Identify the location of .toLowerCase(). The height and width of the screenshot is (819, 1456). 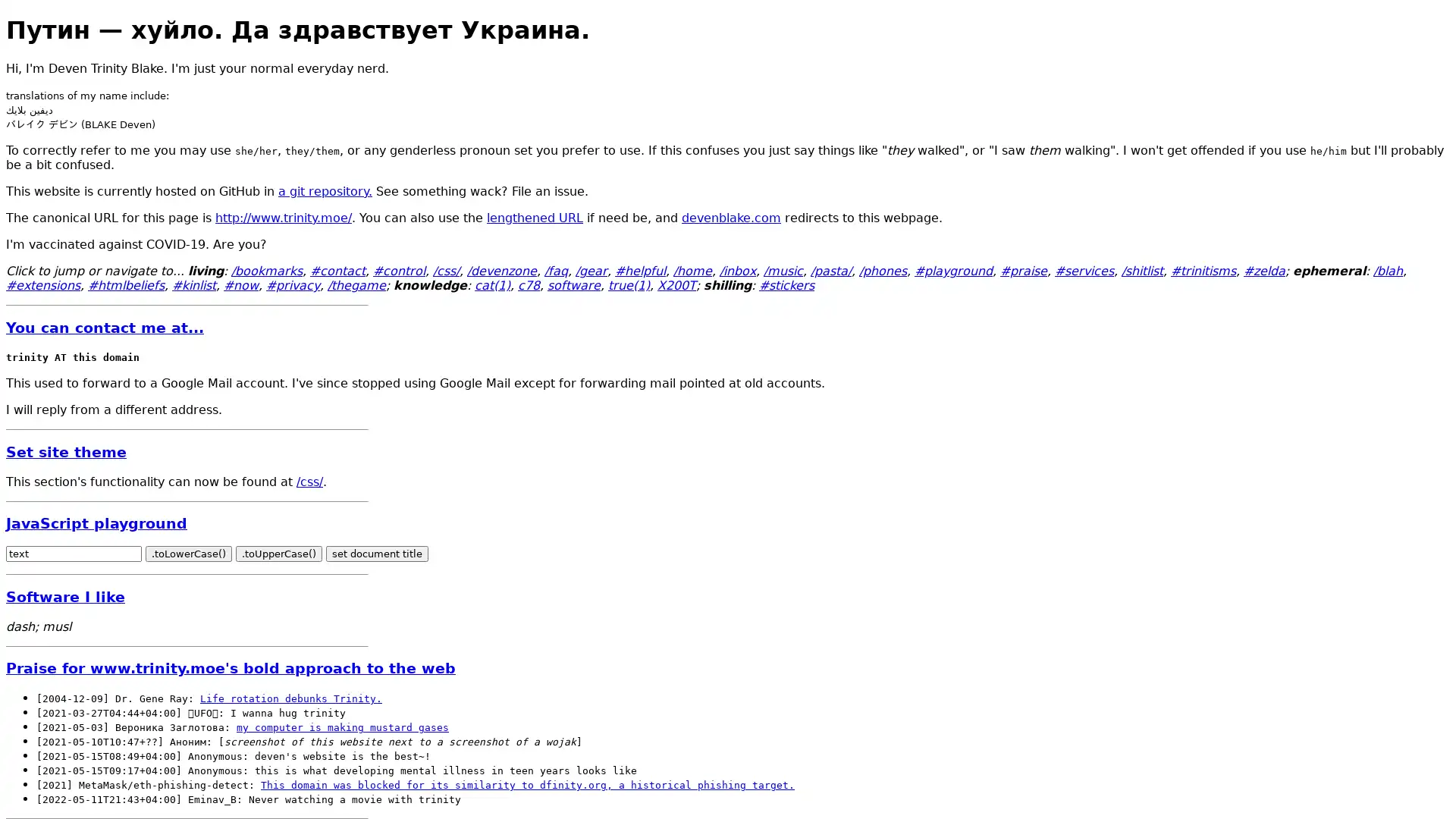
(188, 554).